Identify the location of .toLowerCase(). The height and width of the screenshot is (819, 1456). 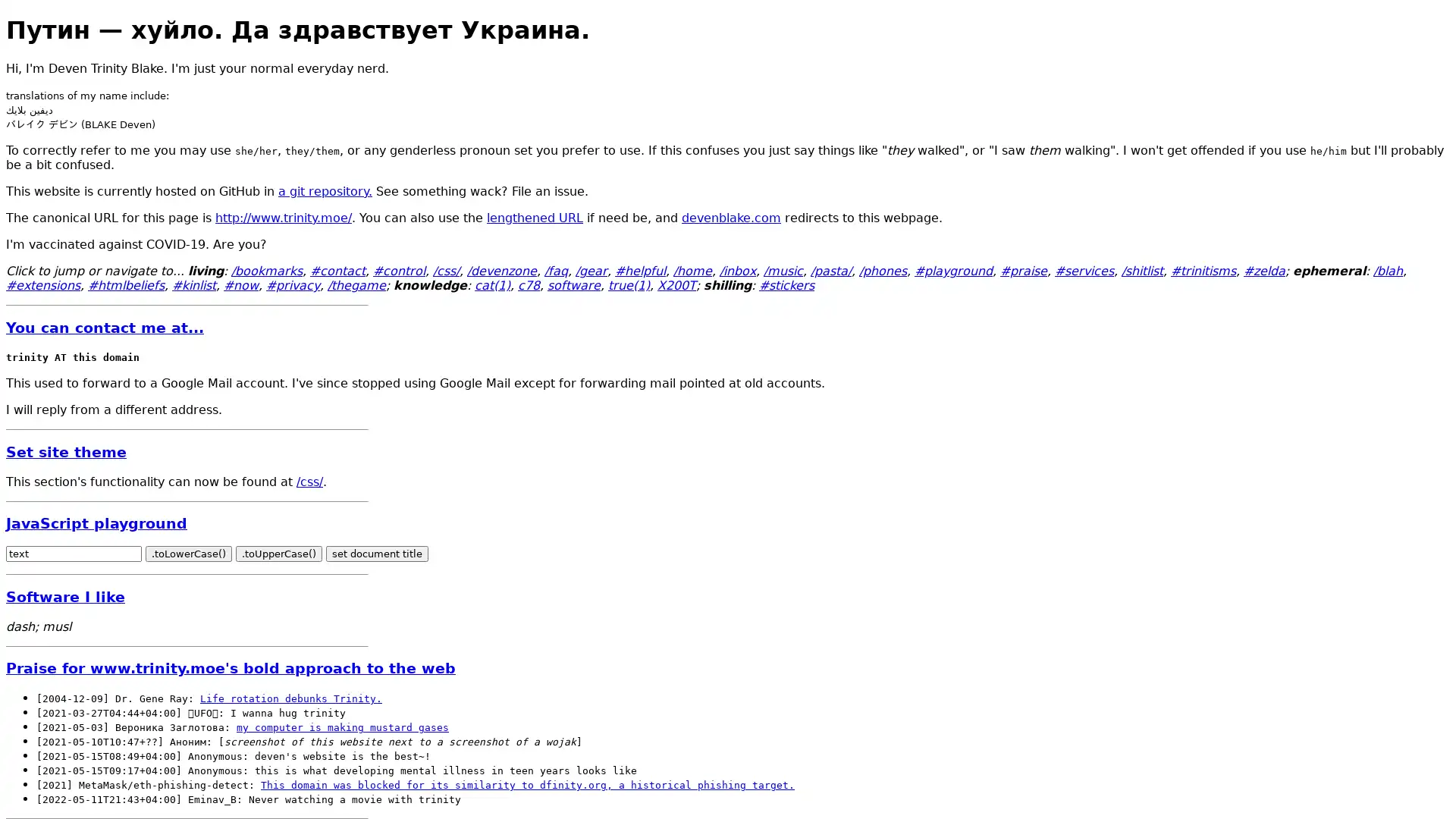
(188, 554).